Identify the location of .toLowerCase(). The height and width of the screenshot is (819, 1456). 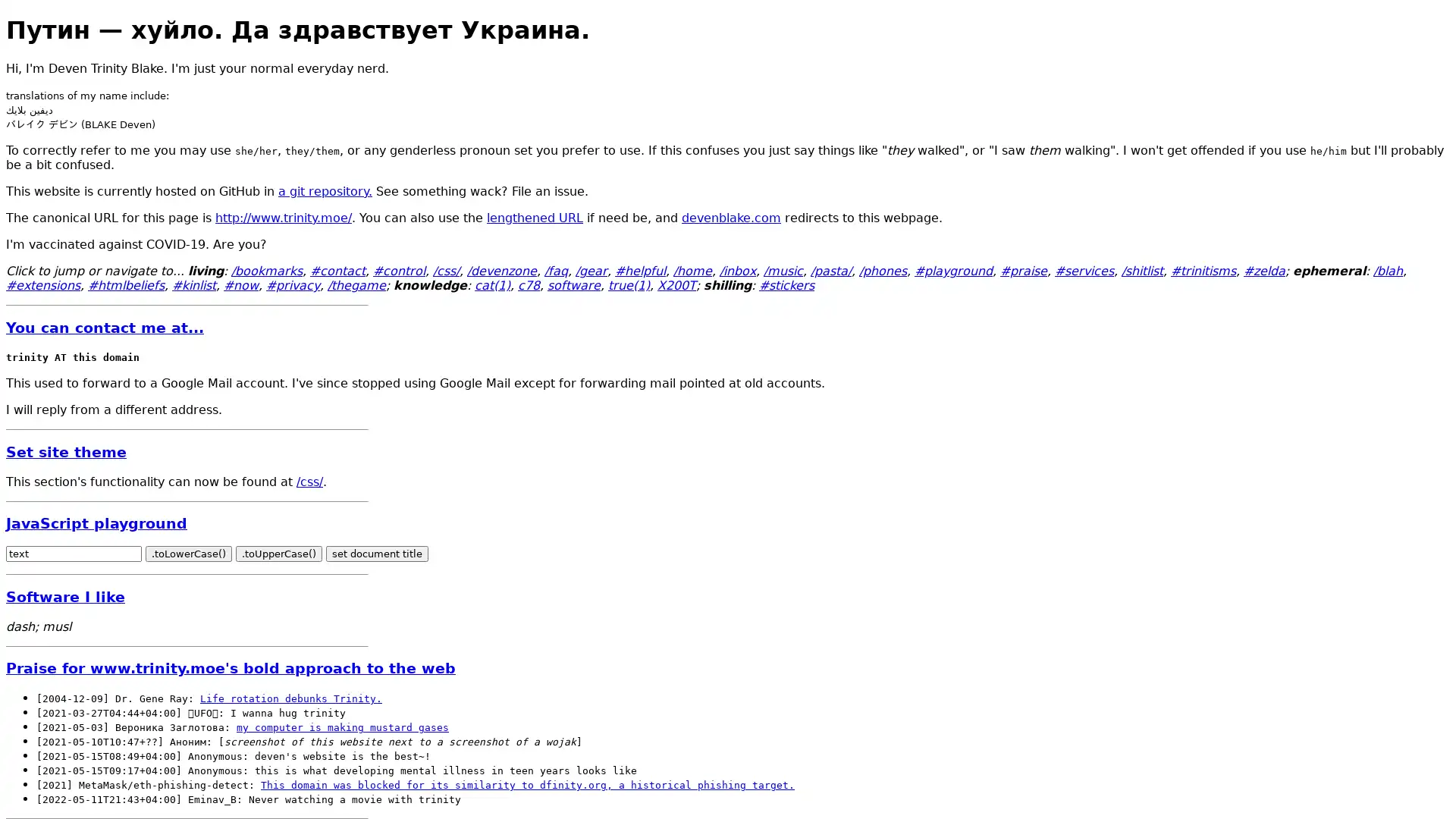
(188, 554).